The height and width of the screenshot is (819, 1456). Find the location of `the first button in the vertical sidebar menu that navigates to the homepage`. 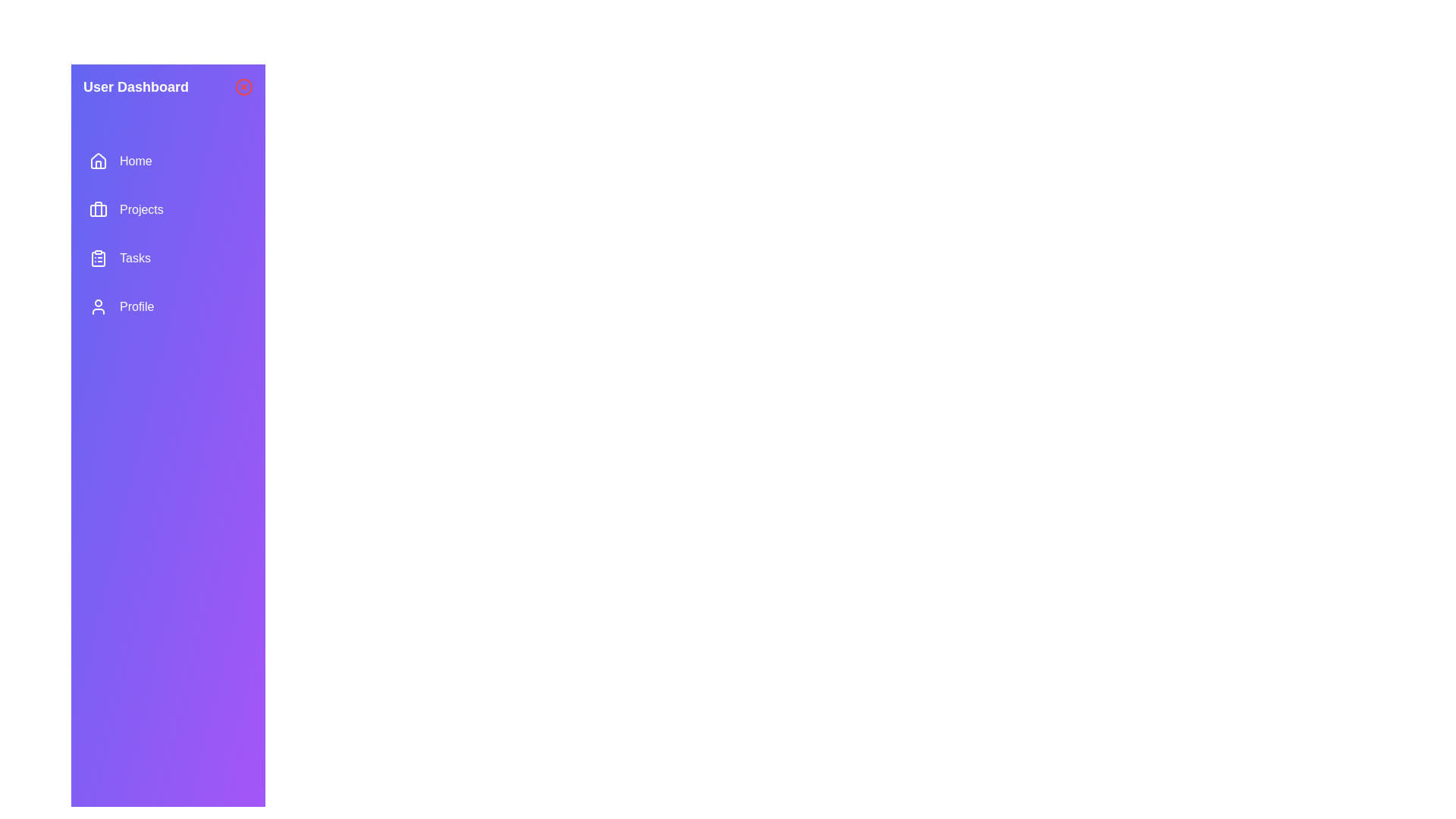

the first button in the vertical sidebar menu that navigates to the homepage is located at coordinates (168, 161).